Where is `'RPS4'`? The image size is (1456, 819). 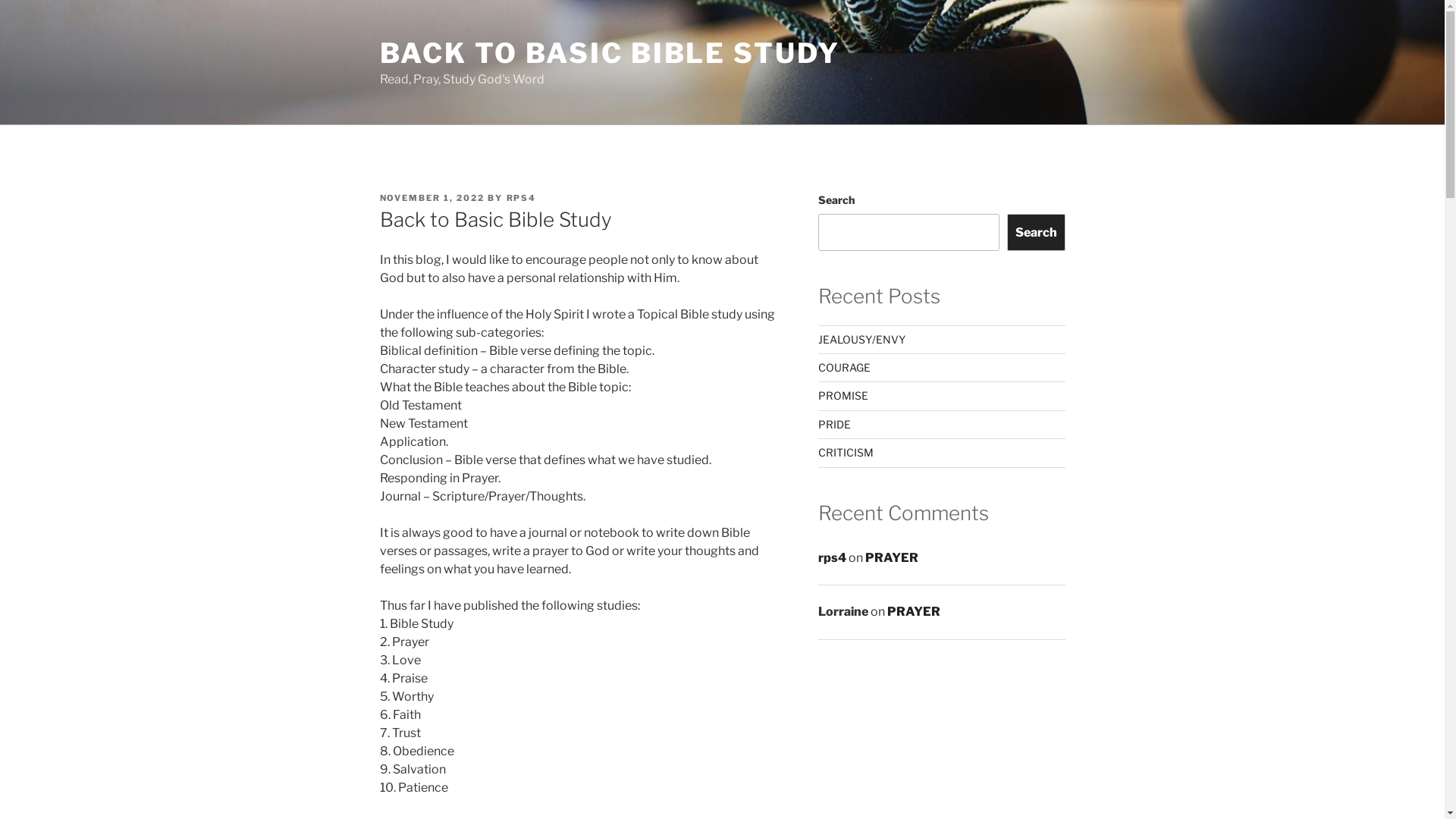
'RPS4' is located at coordinates (521, 197).